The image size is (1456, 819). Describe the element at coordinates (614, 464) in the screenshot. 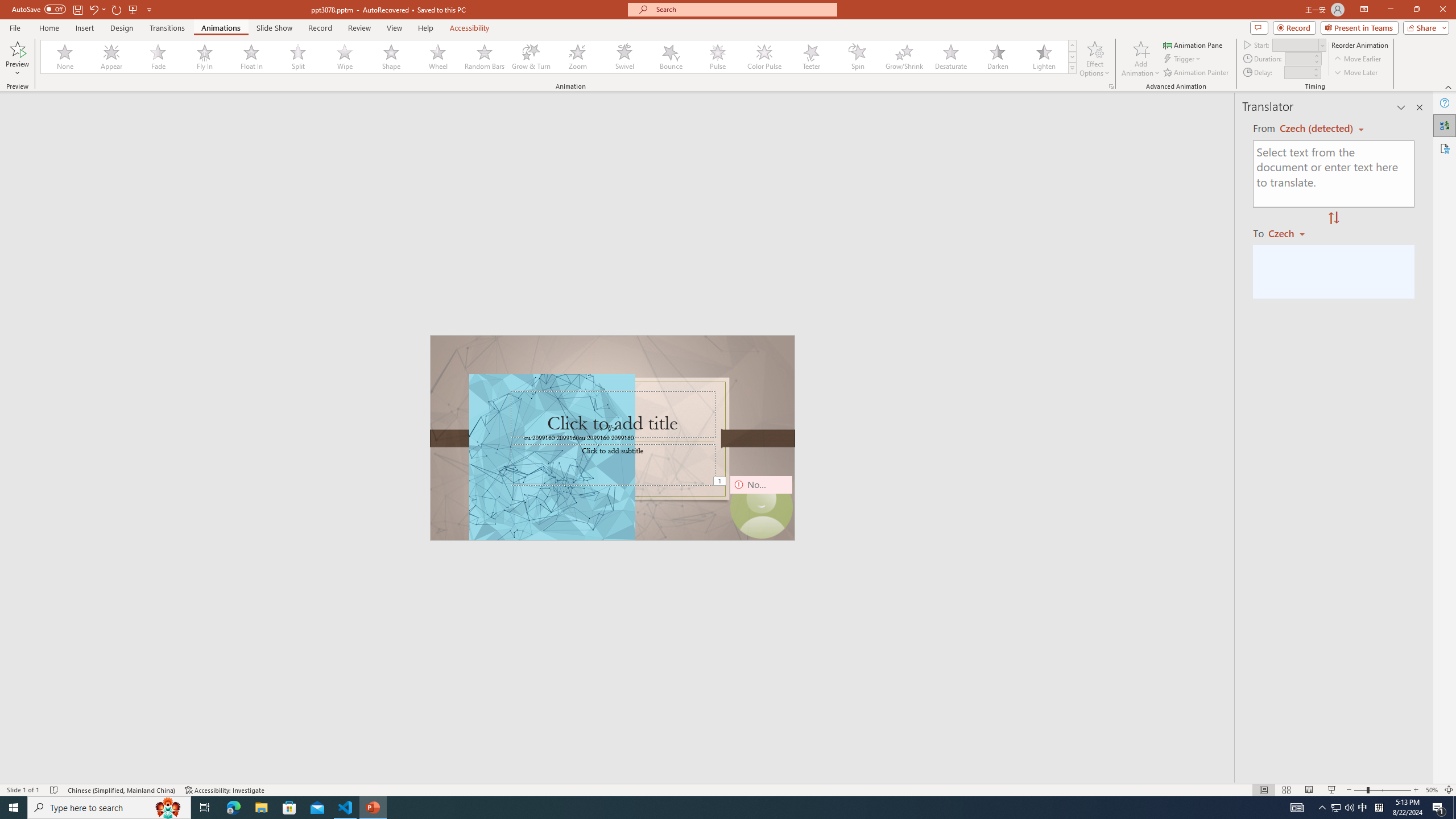

I see `'Subtitle TextBox'` at that location.